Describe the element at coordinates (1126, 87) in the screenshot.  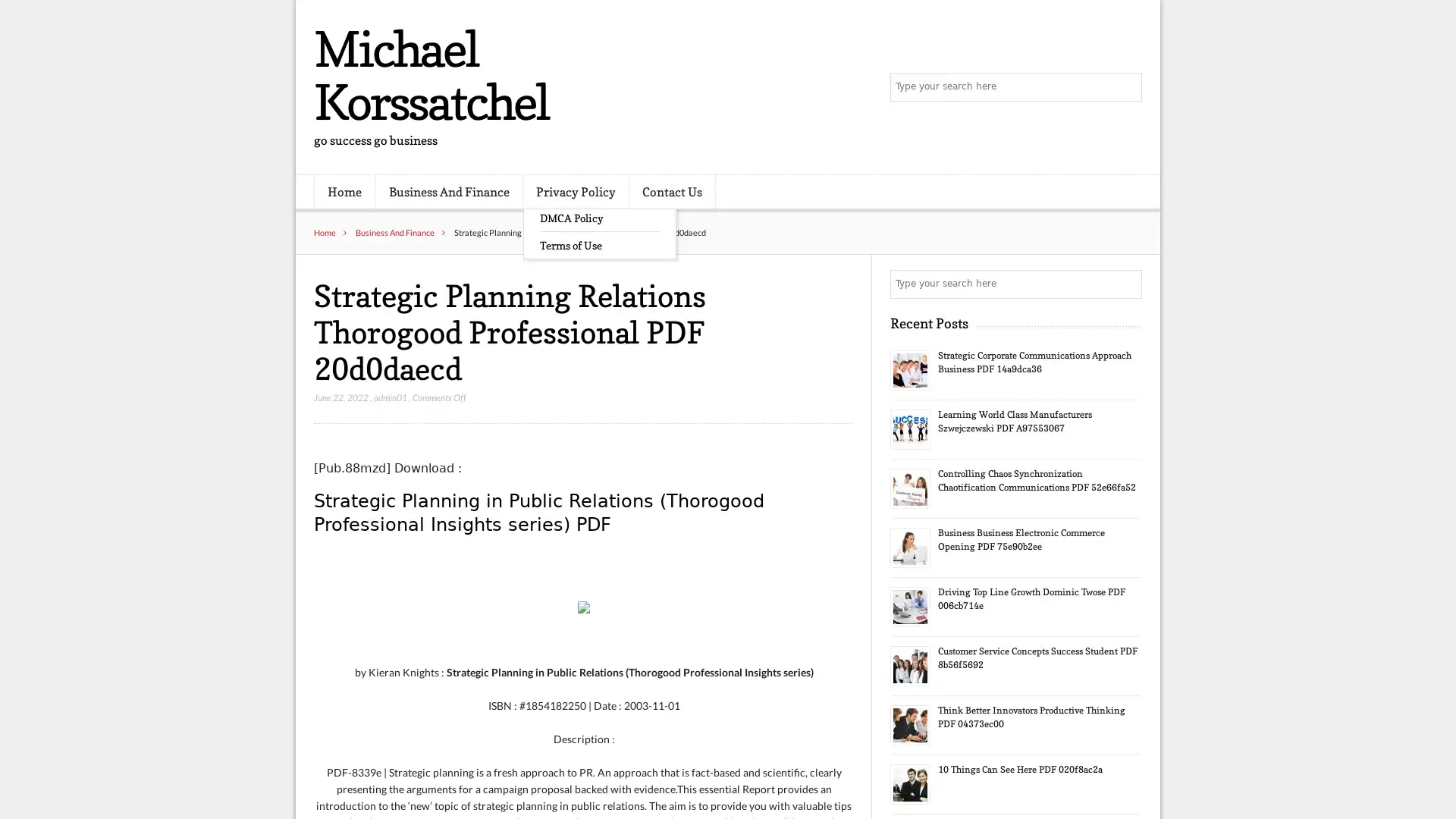
I see `Search` at that location.